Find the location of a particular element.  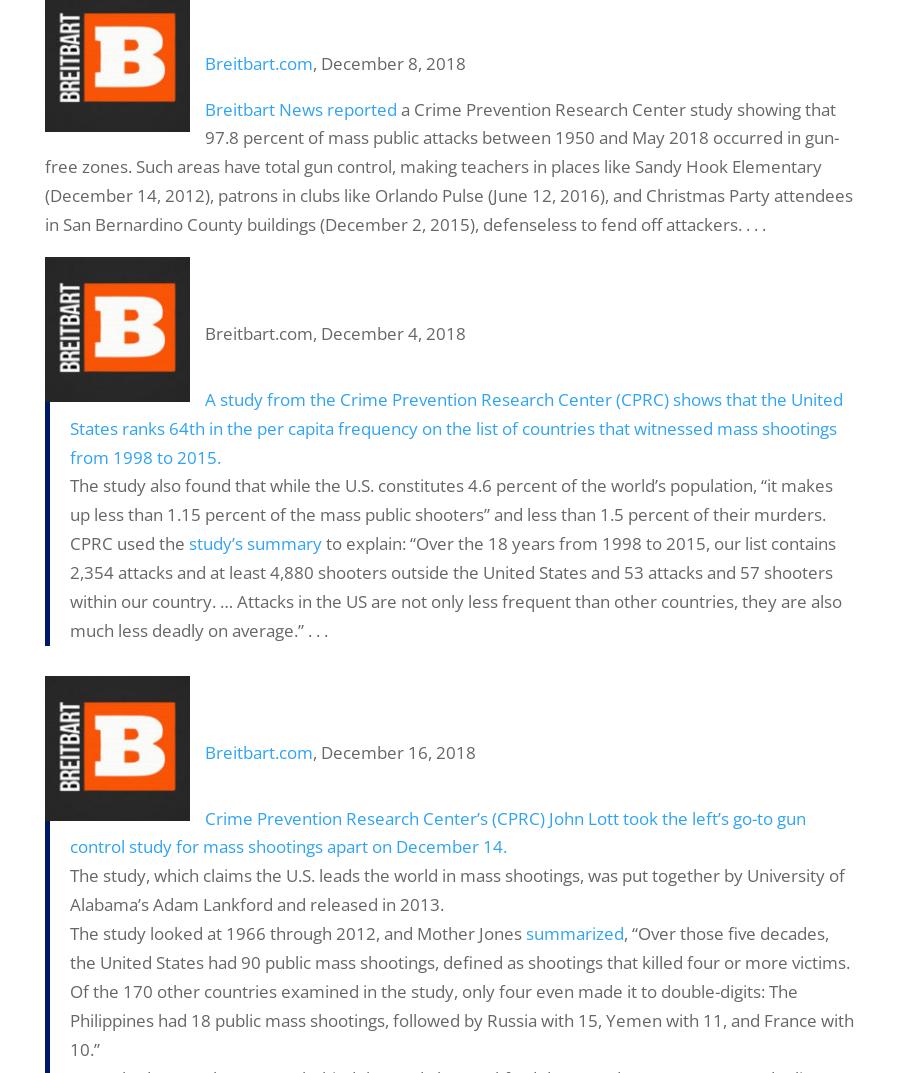

', “Over those five decades, the United States had 90 public mass shootings, defined as shootings that killed four or more victims. Of the 170 other countries examined in the study, only four even made it to double-digits: The Philippines had 18 public mass shootings, followed by Russia with 15, Yemen with 11, and France with 10.”' is located at coordinates (69, 990).